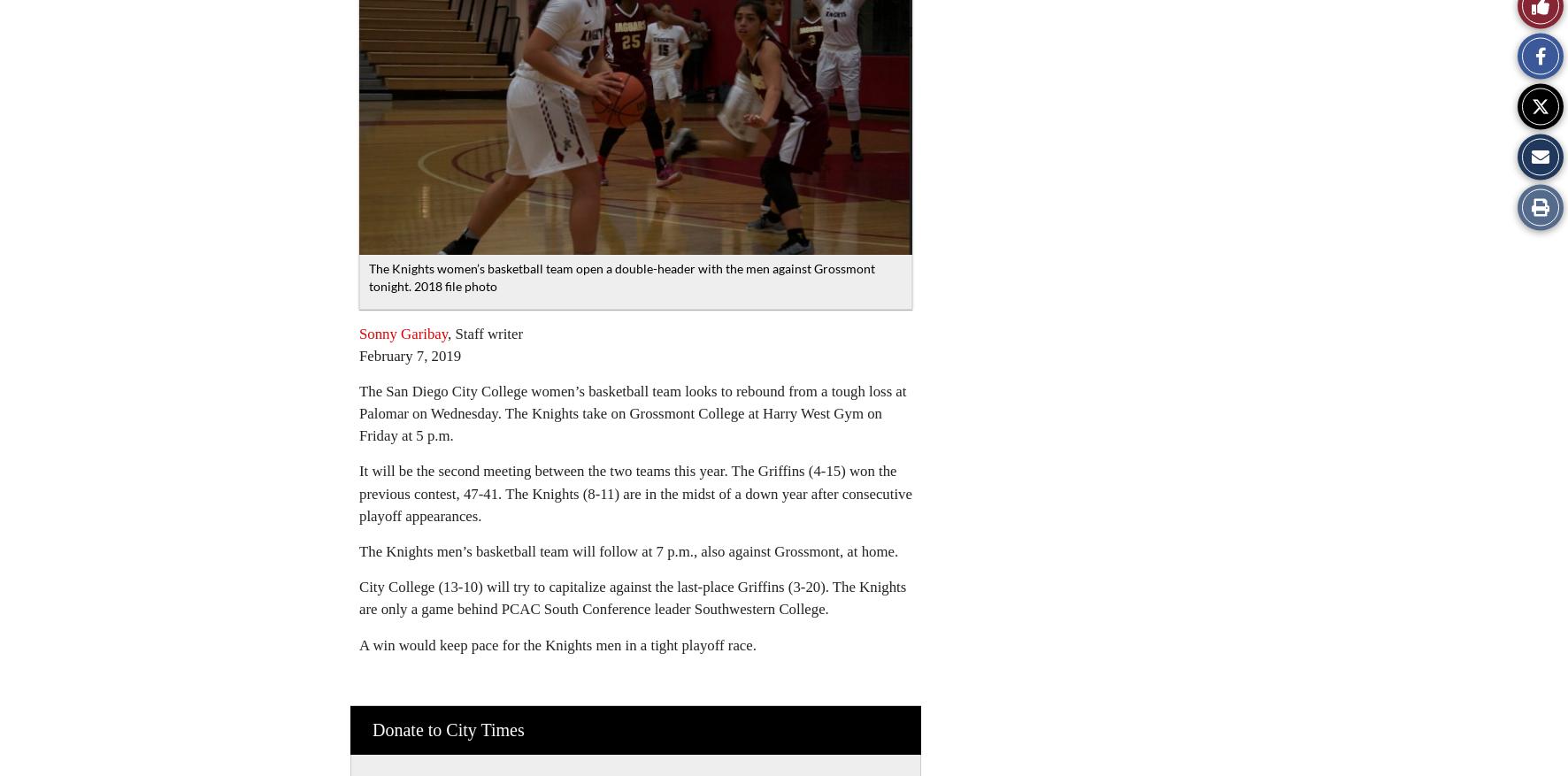 The height and width of the screenshot is (776, 1568). What do you see at coordinates (484, 333) in the screenshot?
I see `', Staff writer'` at bounding box center [484, 333].